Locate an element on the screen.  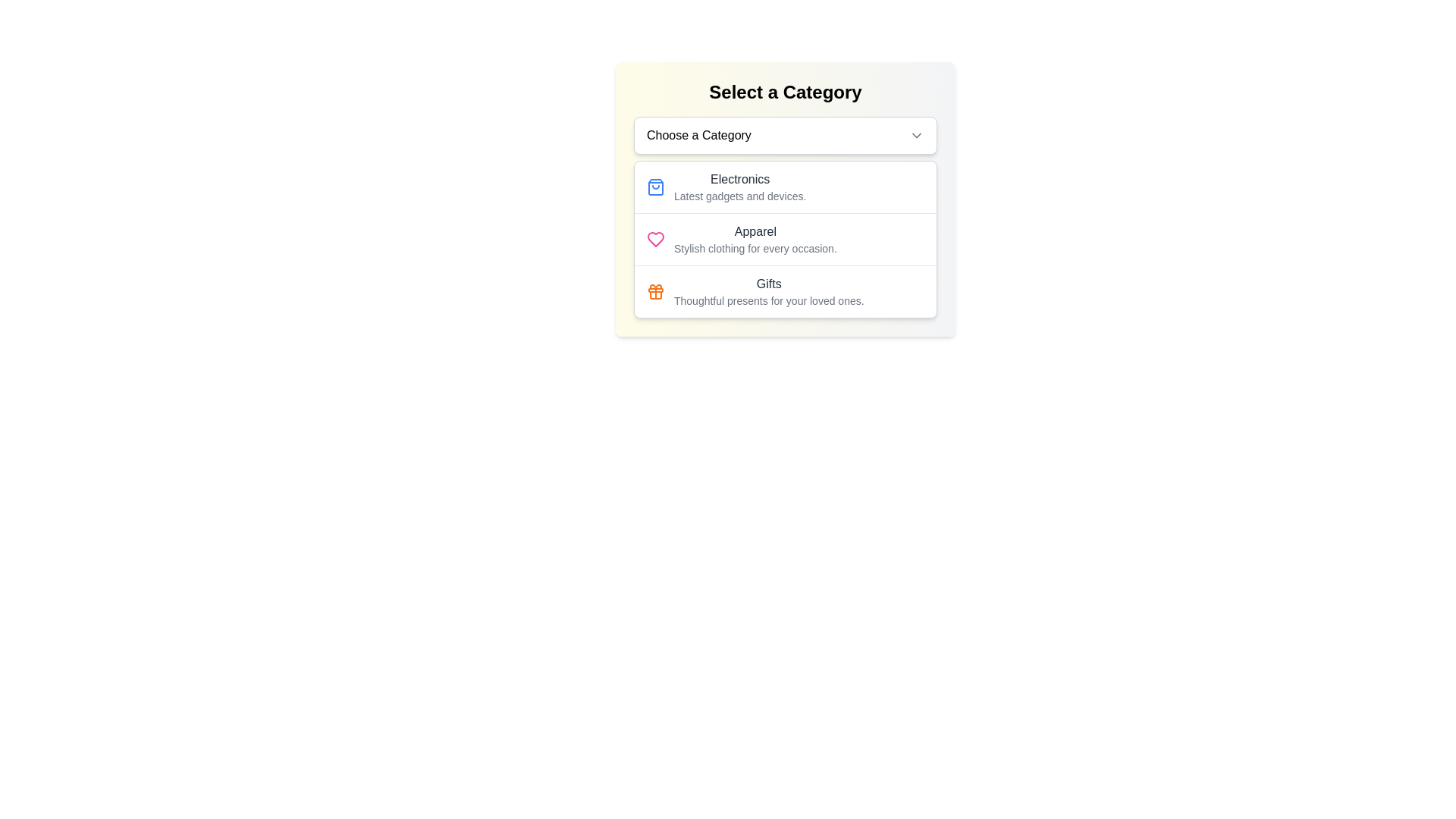
the 'Choose a Category' text label located centrally within the dropdown component at the top of the category selection card is located at coordinates (698, 134).